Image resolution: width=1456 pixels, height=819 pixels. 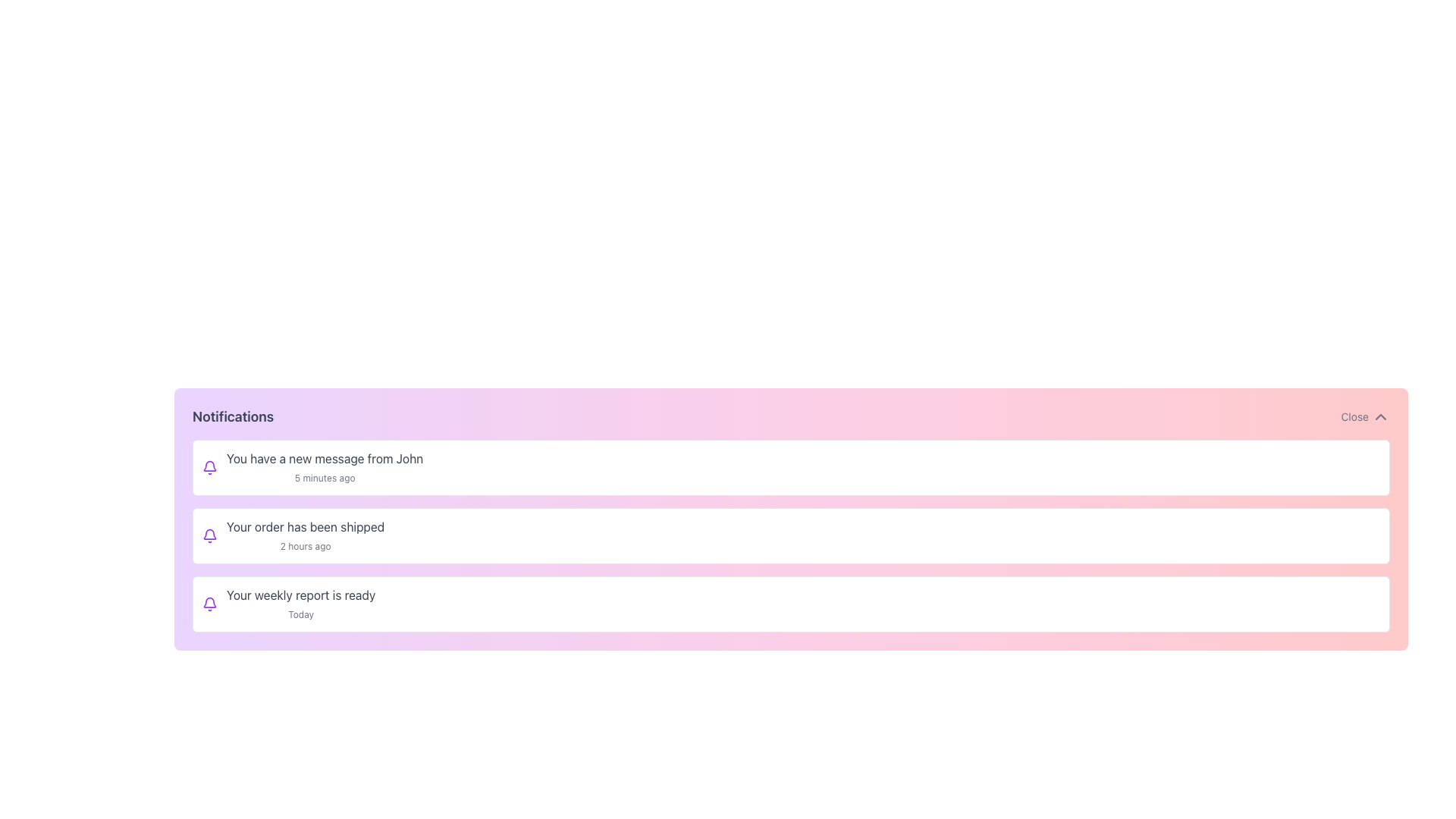 I want to click on the text label that says 'Your order has been shipped' located in the notifications section, so click(x=305, y=526).